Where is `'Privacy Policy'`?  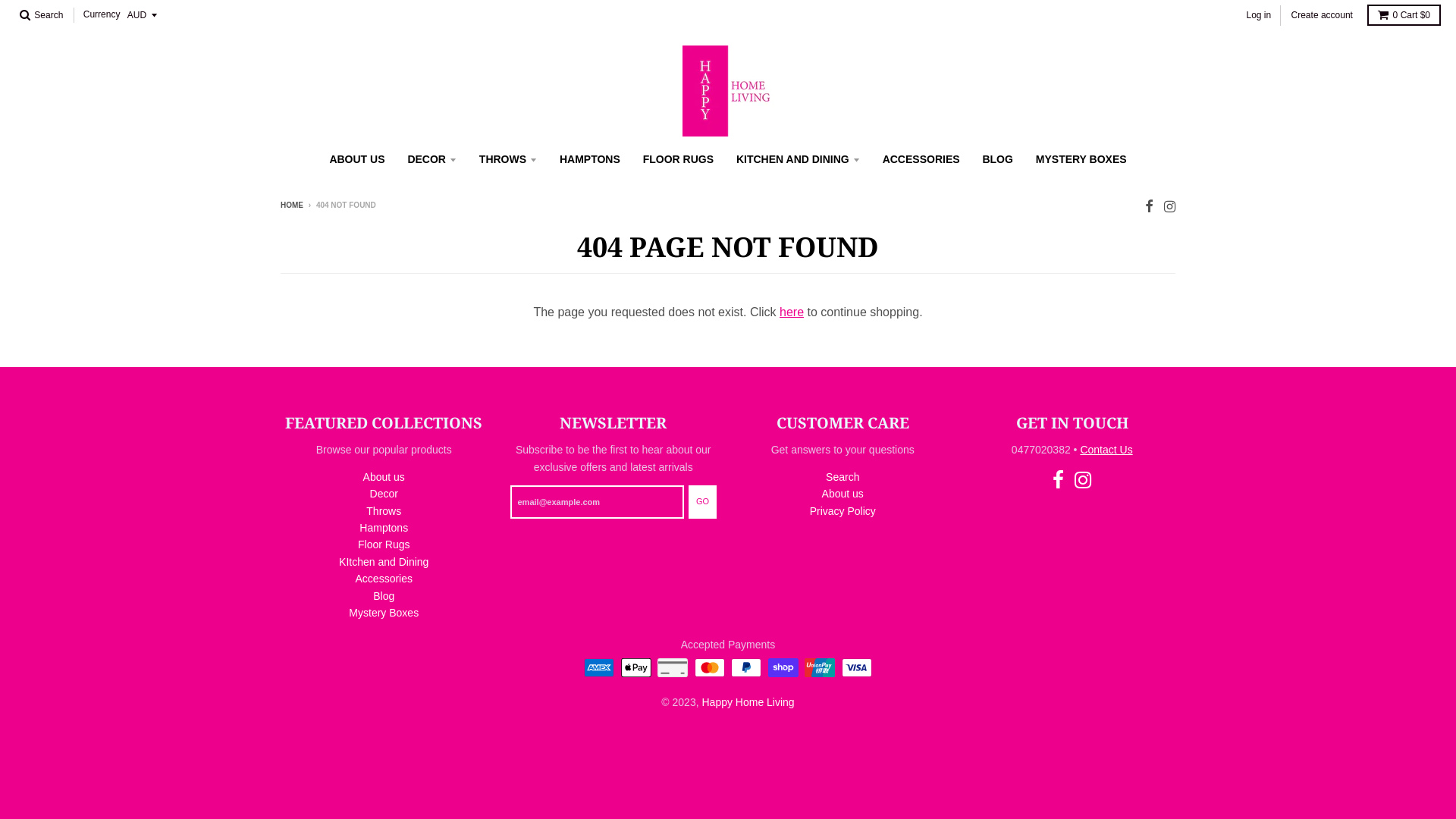 'Privacy Policy' is located at coordinates (809, 511).